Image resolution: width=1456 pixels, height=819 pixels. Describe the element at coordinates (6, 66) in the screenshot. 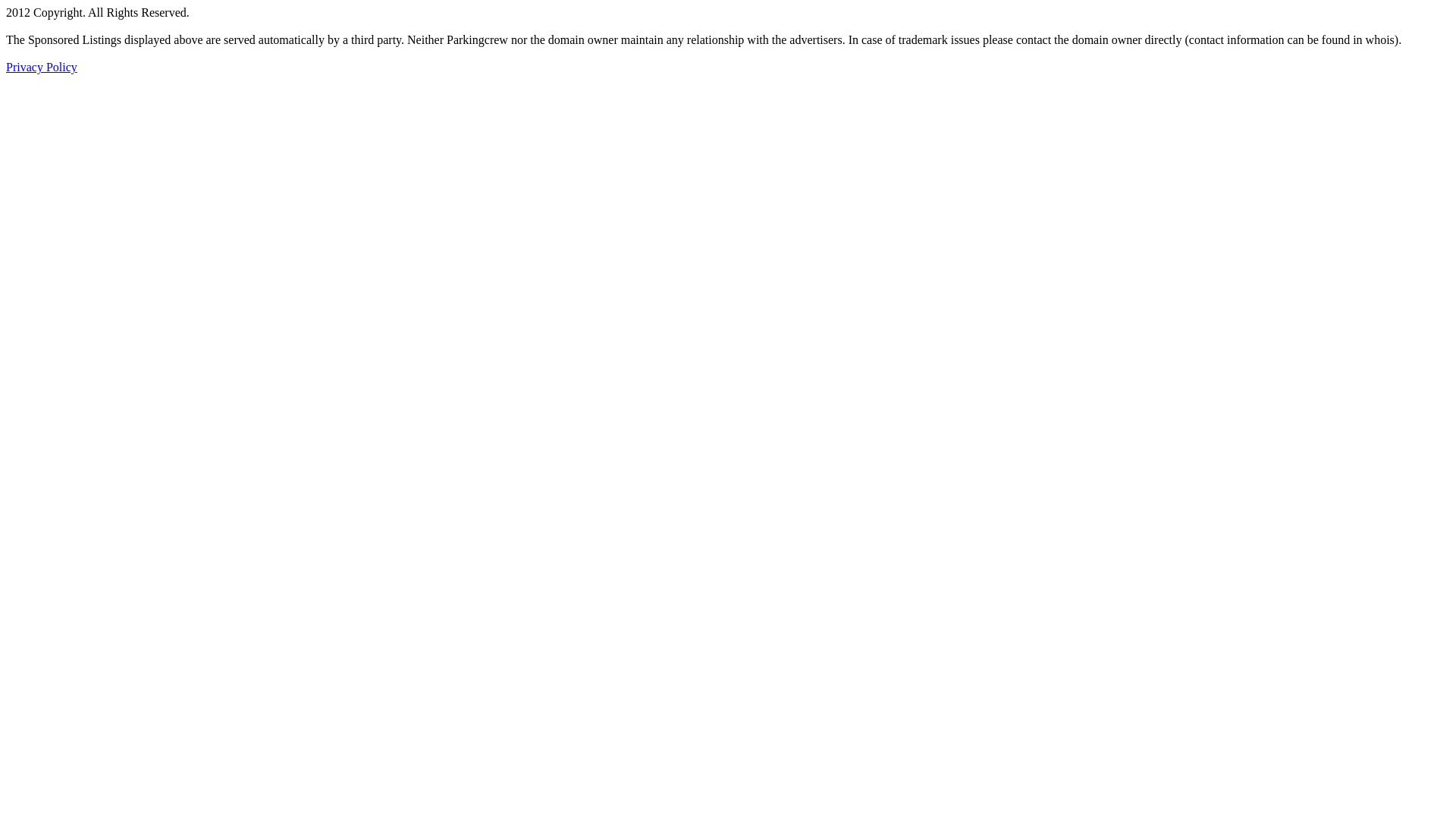

I see `'Privacy Policy'` at that location.